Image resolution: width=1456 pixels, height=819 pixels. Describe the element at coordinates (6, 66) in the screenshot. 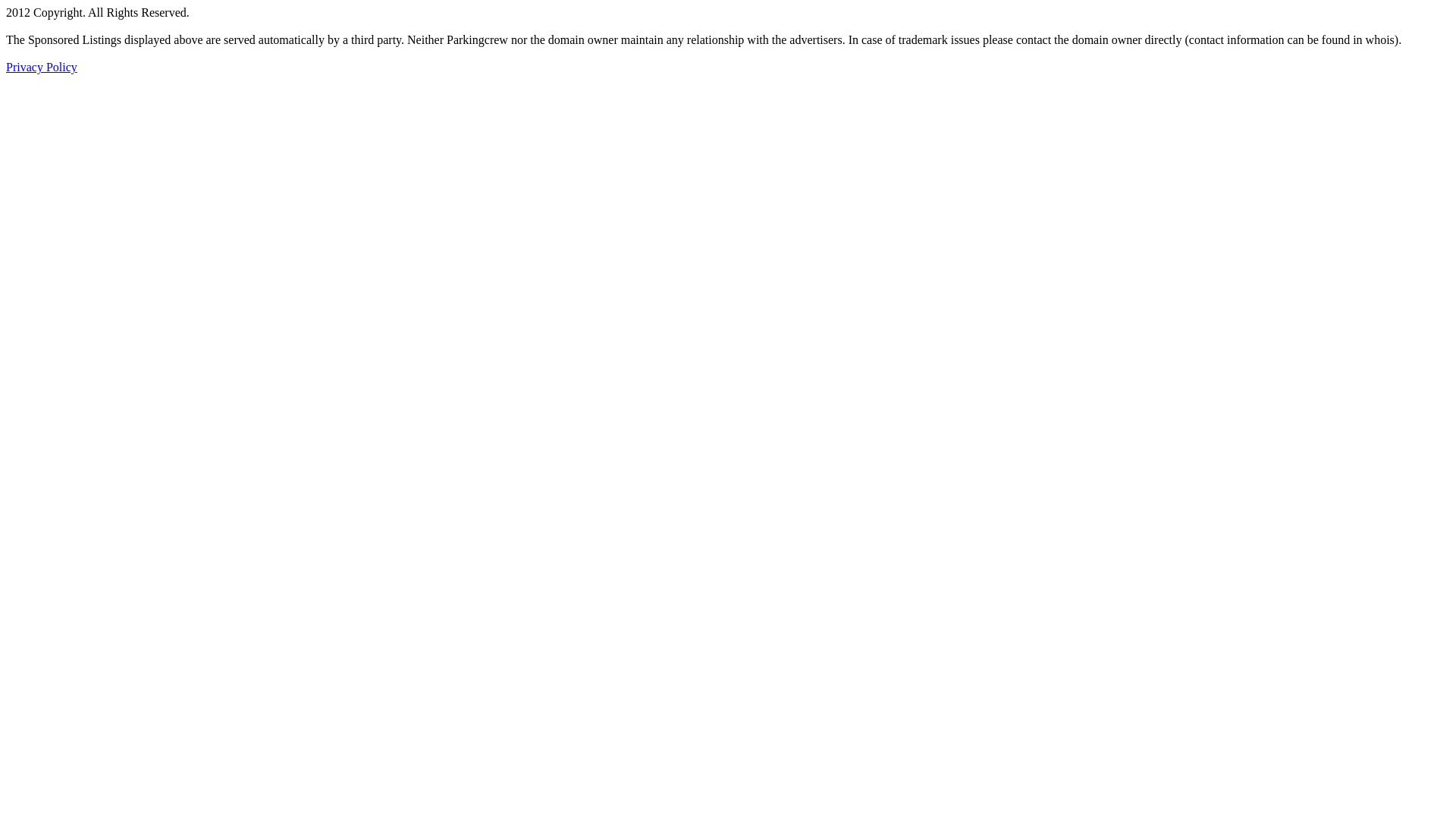

I see `'Privacy Policy'` at that location.